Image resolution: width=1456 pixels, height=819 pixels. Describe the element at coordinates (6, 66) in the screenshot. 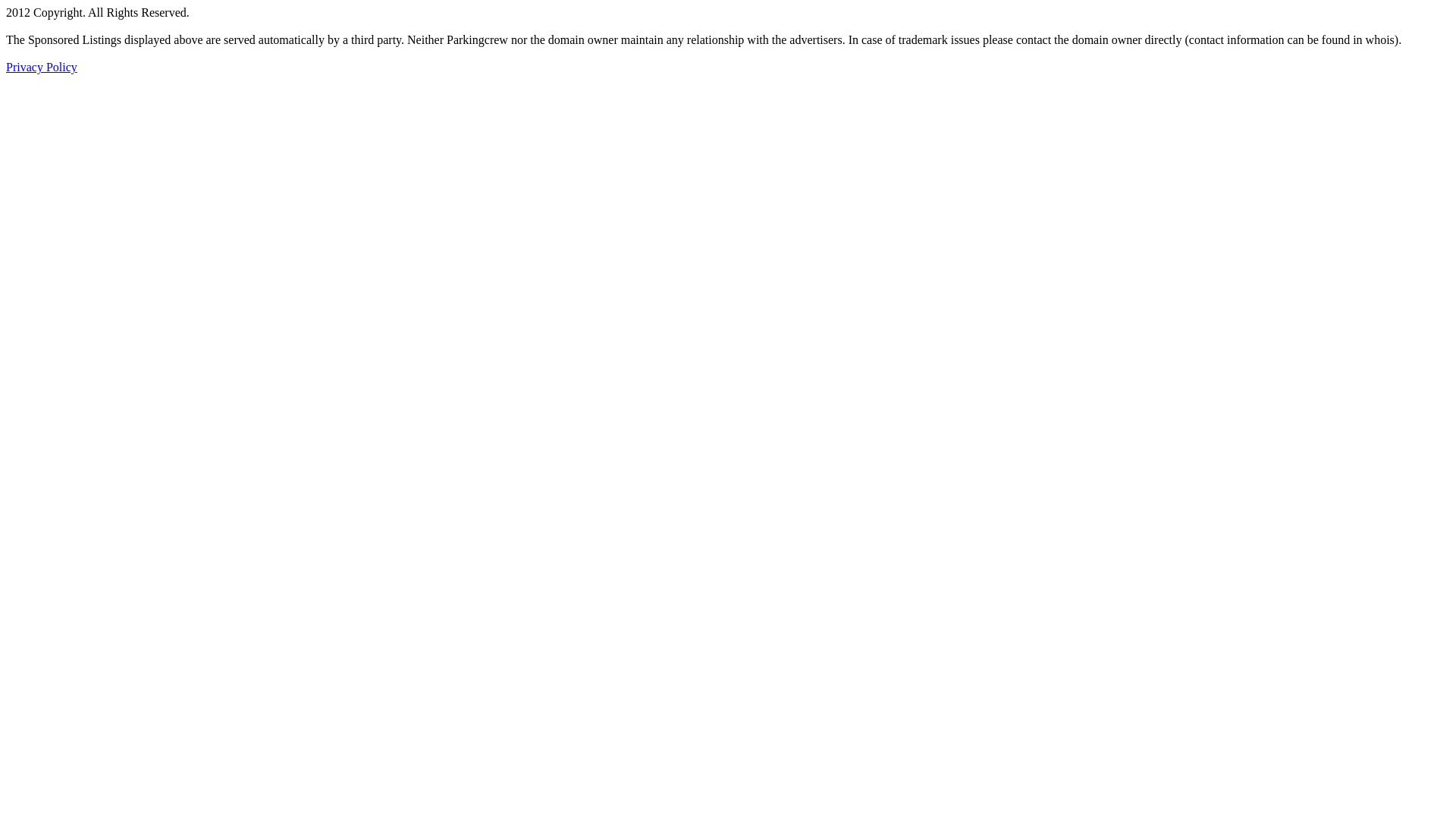

I see `'Privacy Policy'` at that location.